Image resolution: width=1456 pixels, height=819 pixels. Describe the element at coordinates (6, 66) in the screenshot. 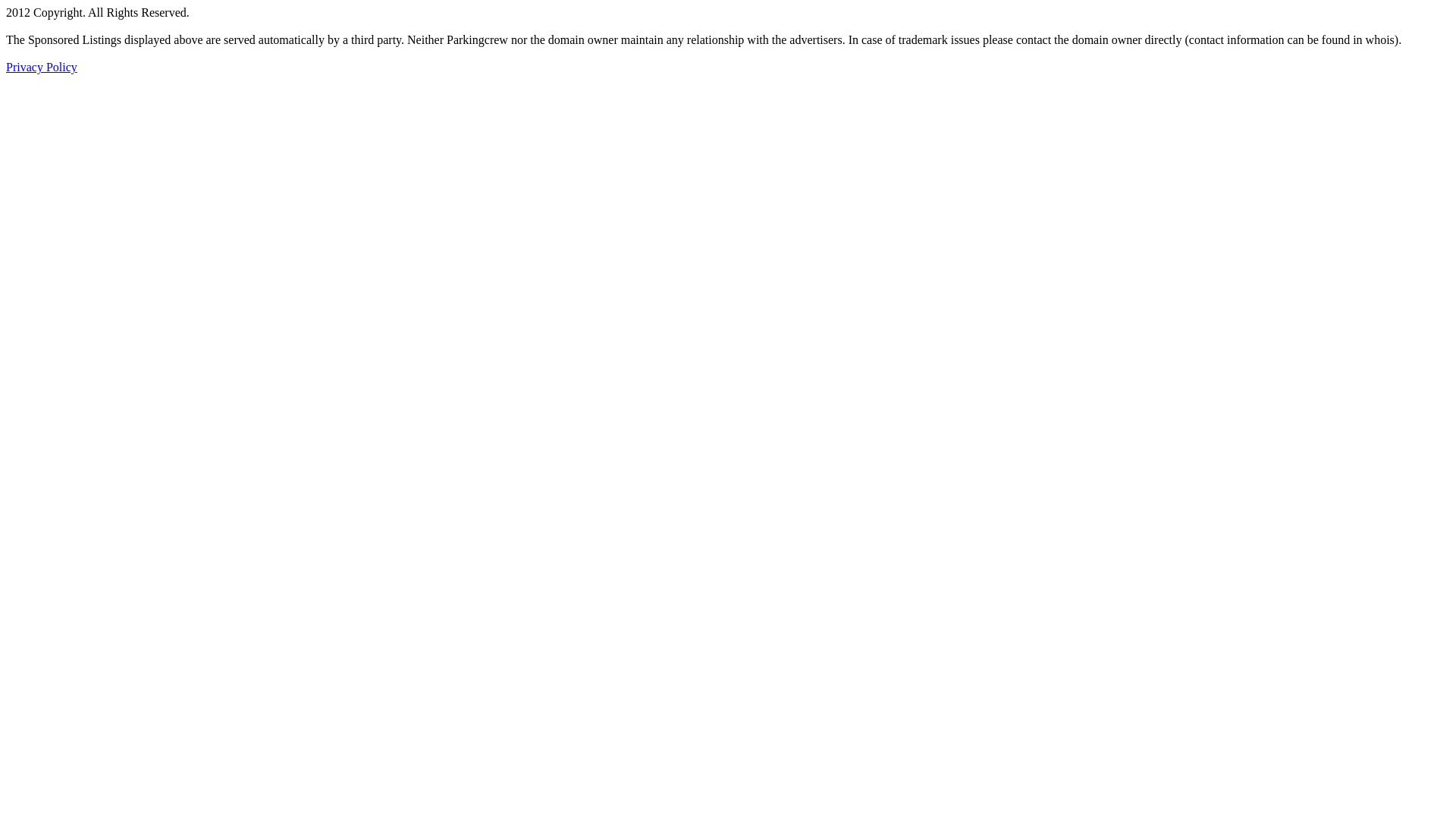

I see `'Privacy Policy'` at that location.